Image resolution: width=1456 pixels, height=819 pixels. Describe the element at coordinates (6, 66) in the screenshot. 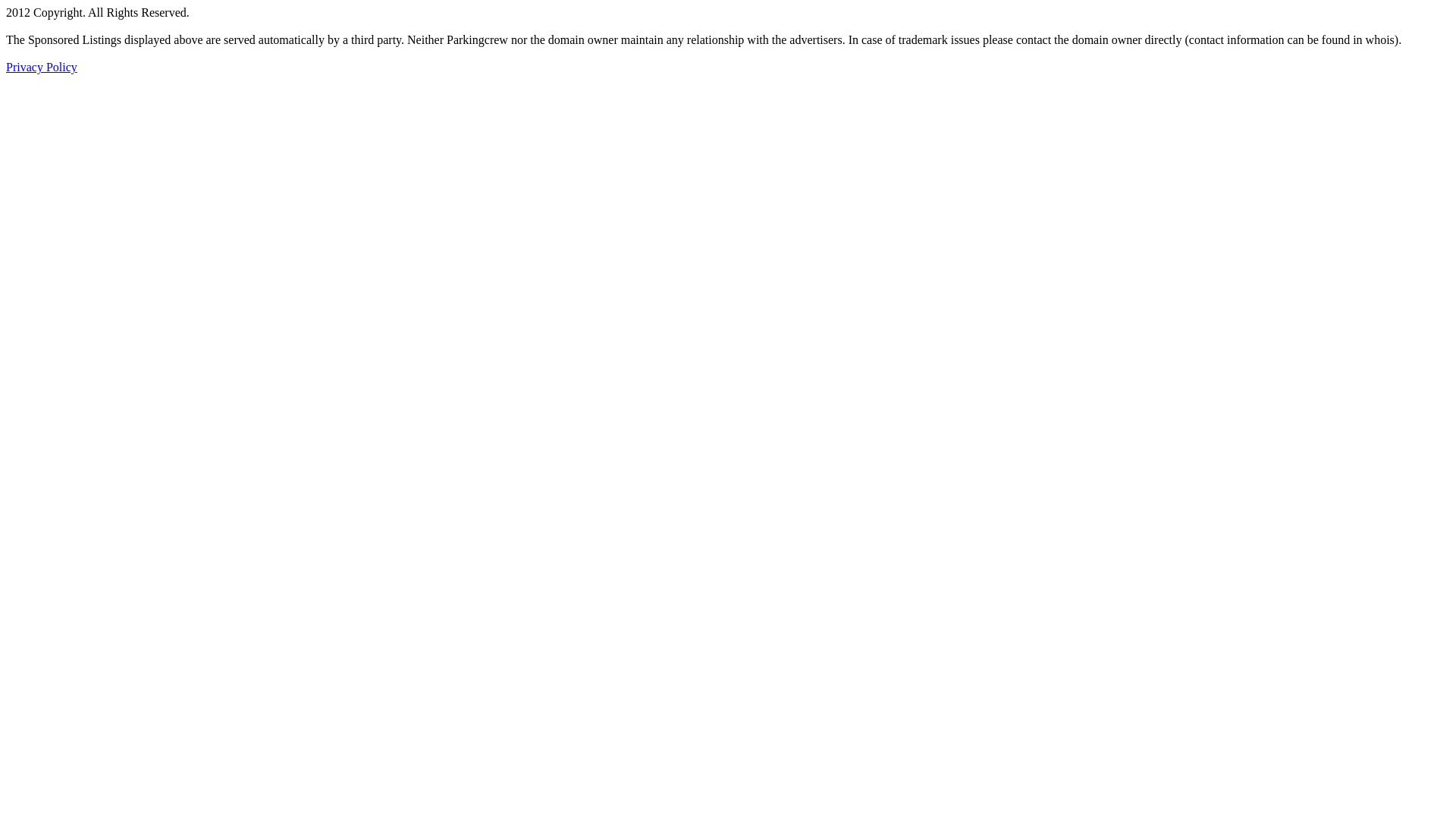

I see `'Privacy Policy'` at that location.